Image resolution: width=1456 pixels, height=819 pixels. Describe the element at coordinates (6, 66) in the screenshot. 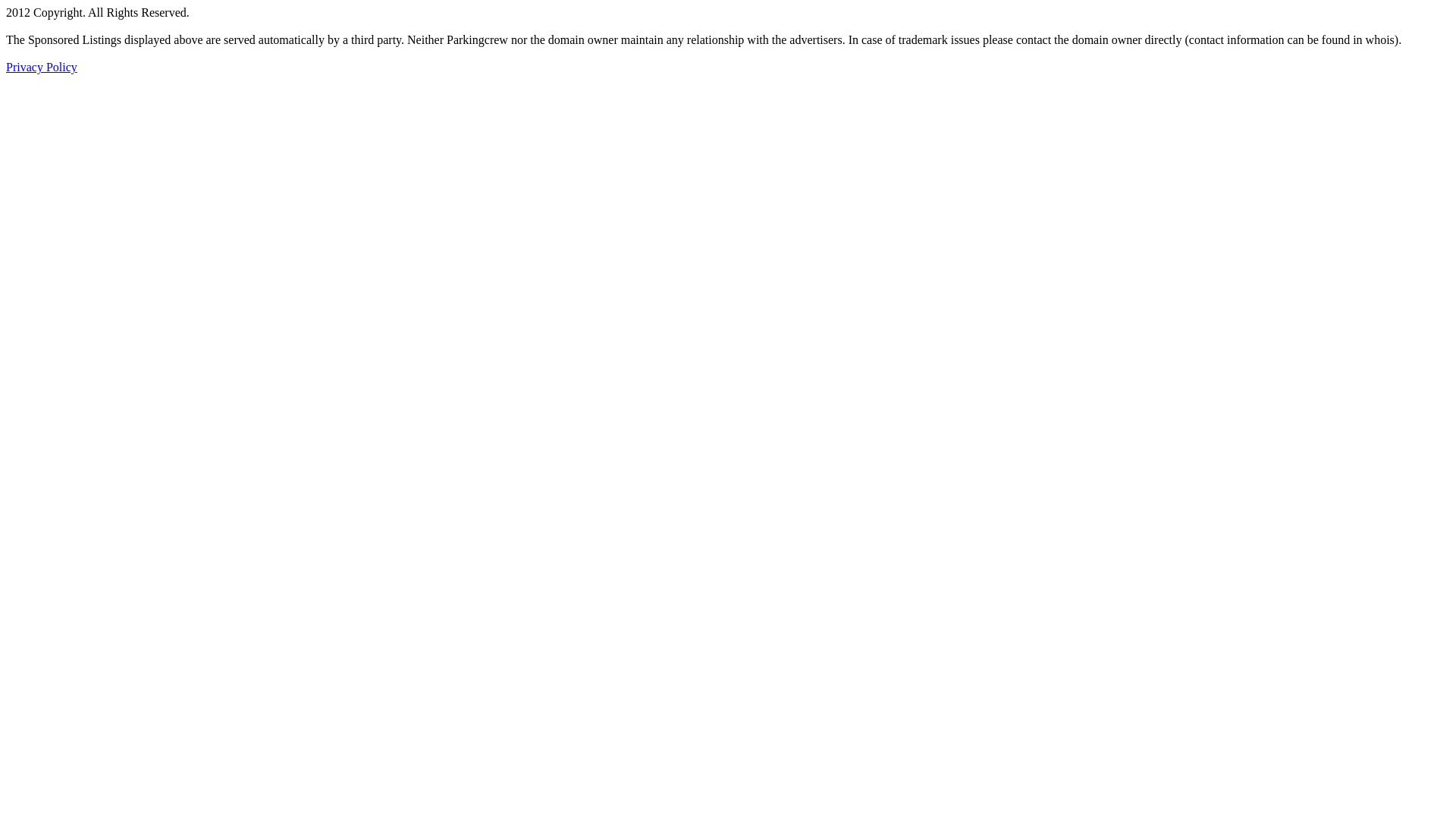

I see `'Privacy Policy'` at that location.